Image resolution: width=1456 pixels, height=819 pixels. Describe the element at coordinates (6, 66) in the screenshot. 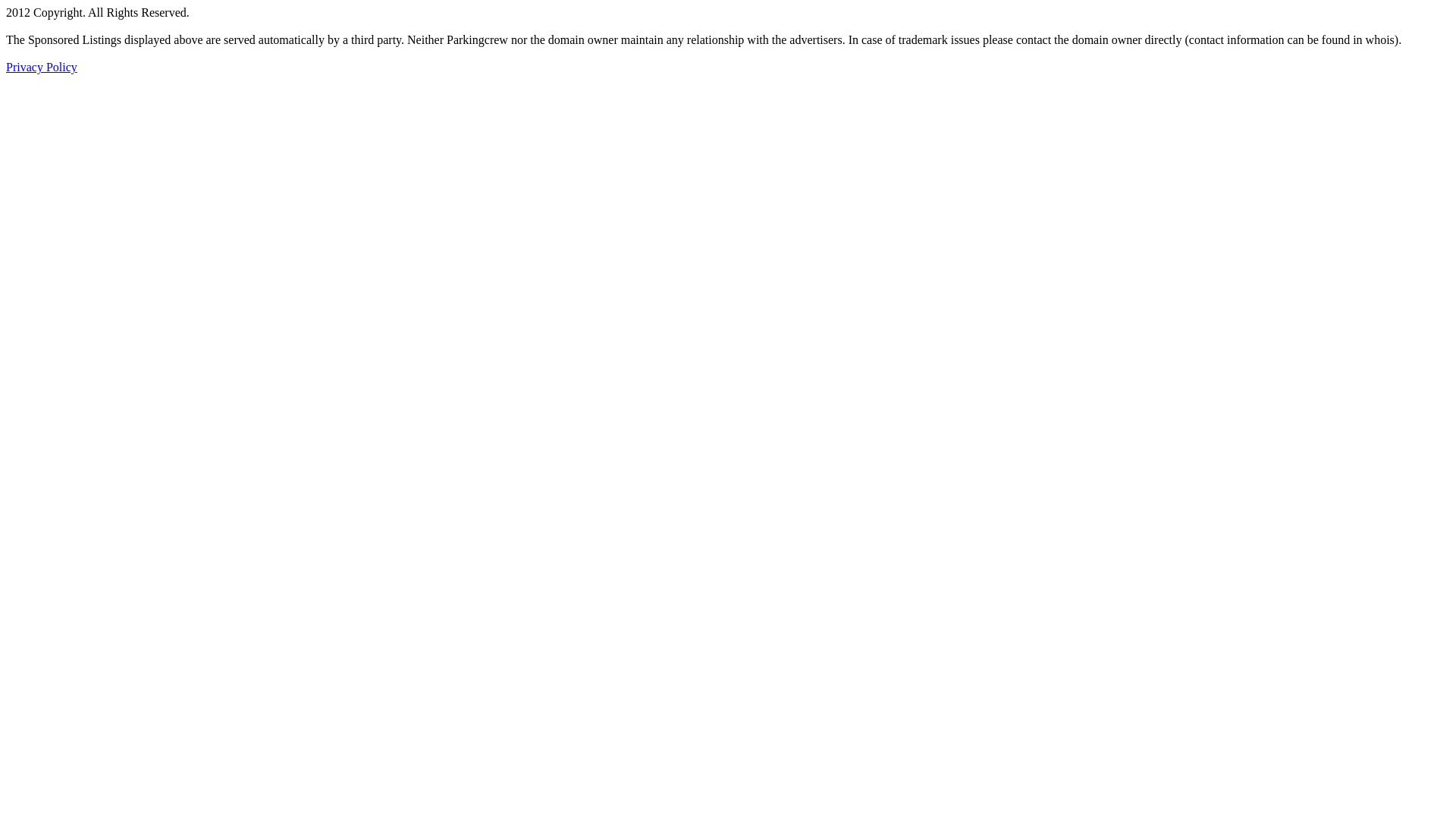

I see `'Privacy Policy'` at that location.